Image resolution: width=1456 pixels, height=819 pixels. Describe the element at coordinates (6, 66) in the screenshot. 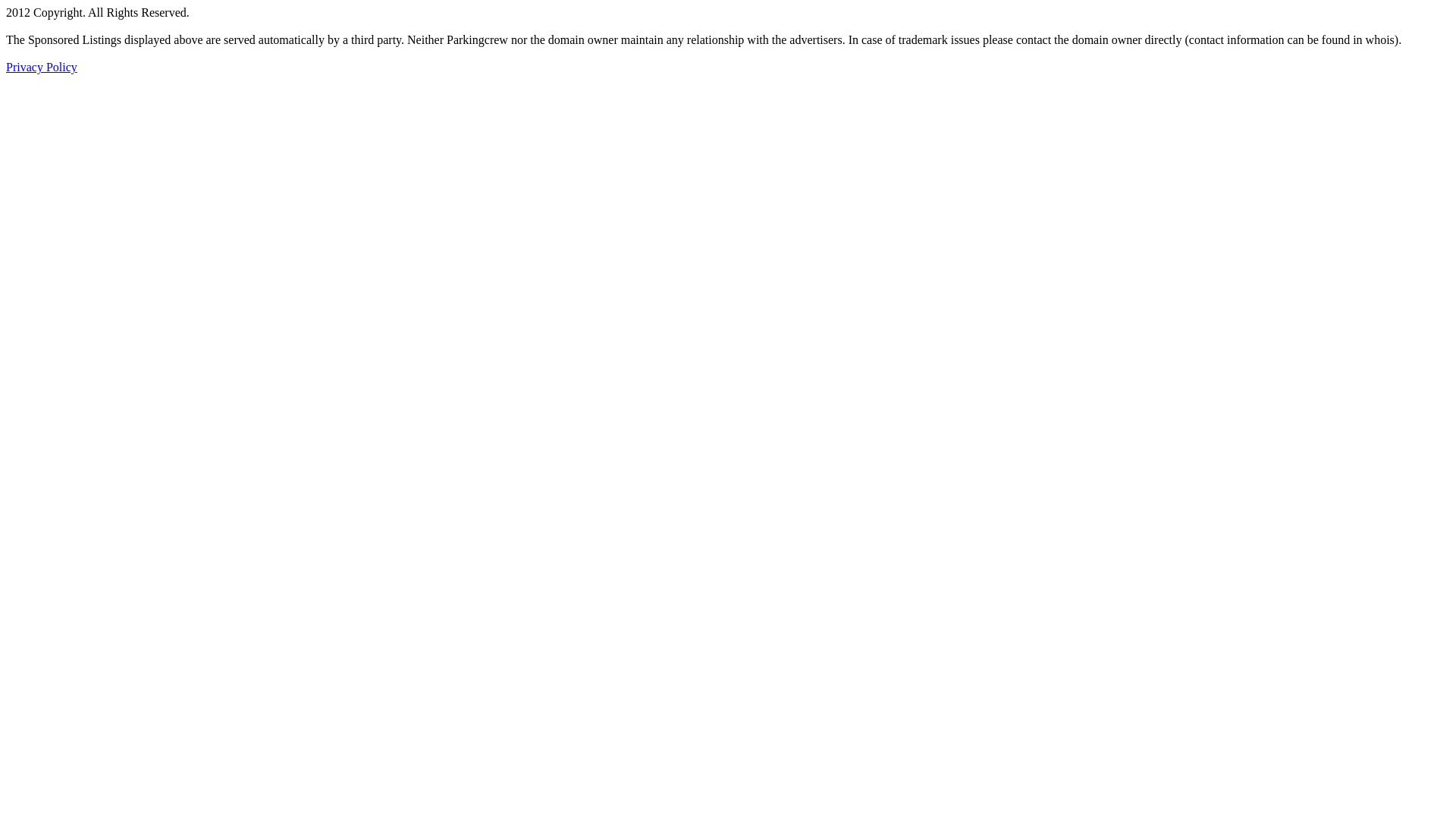

I see `'Privacy Policy'` at that location.